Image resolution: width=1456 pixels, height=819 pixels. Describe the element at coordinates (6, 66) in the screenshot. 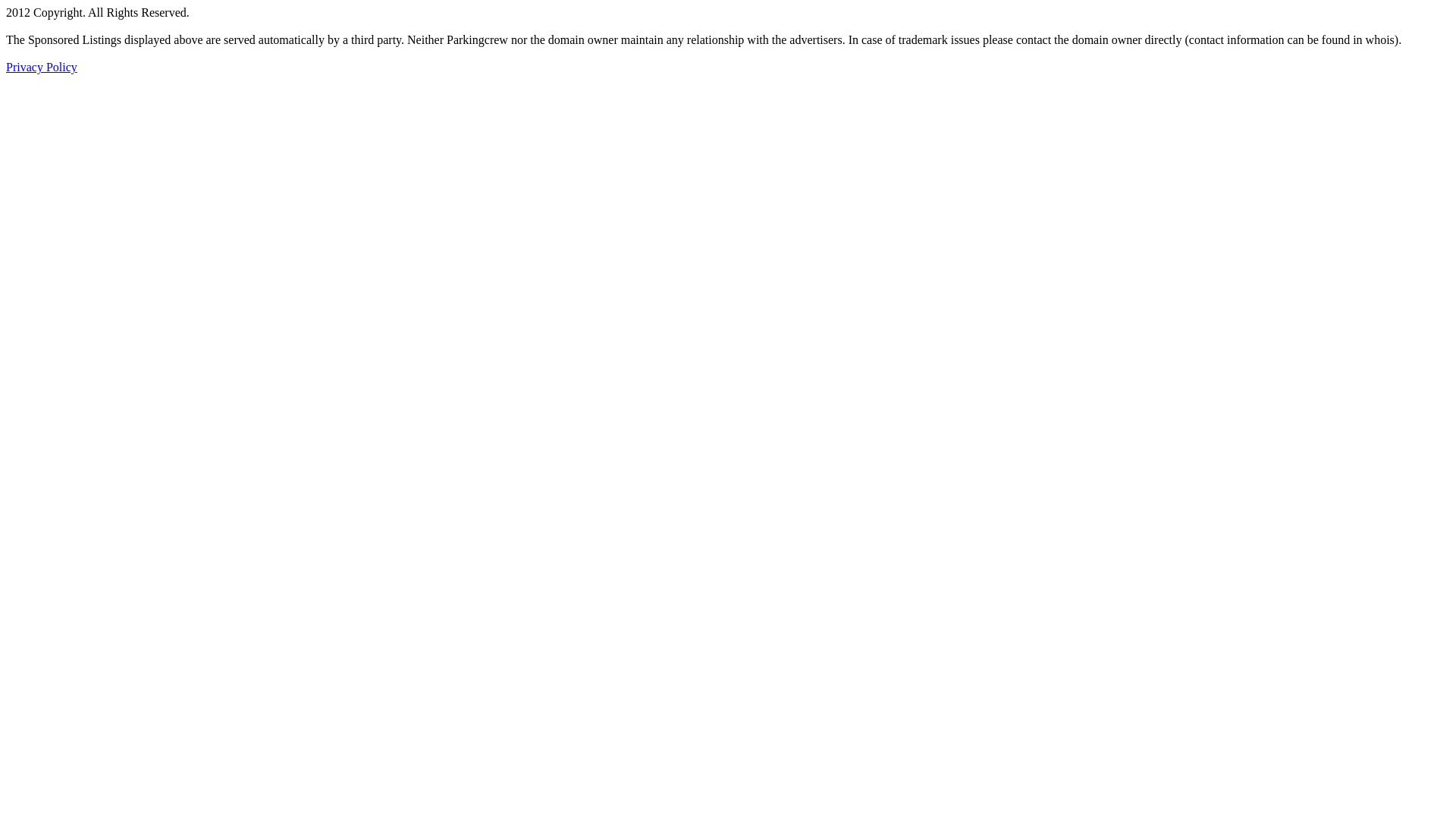

I see `'Privacy Policy'` at that location.